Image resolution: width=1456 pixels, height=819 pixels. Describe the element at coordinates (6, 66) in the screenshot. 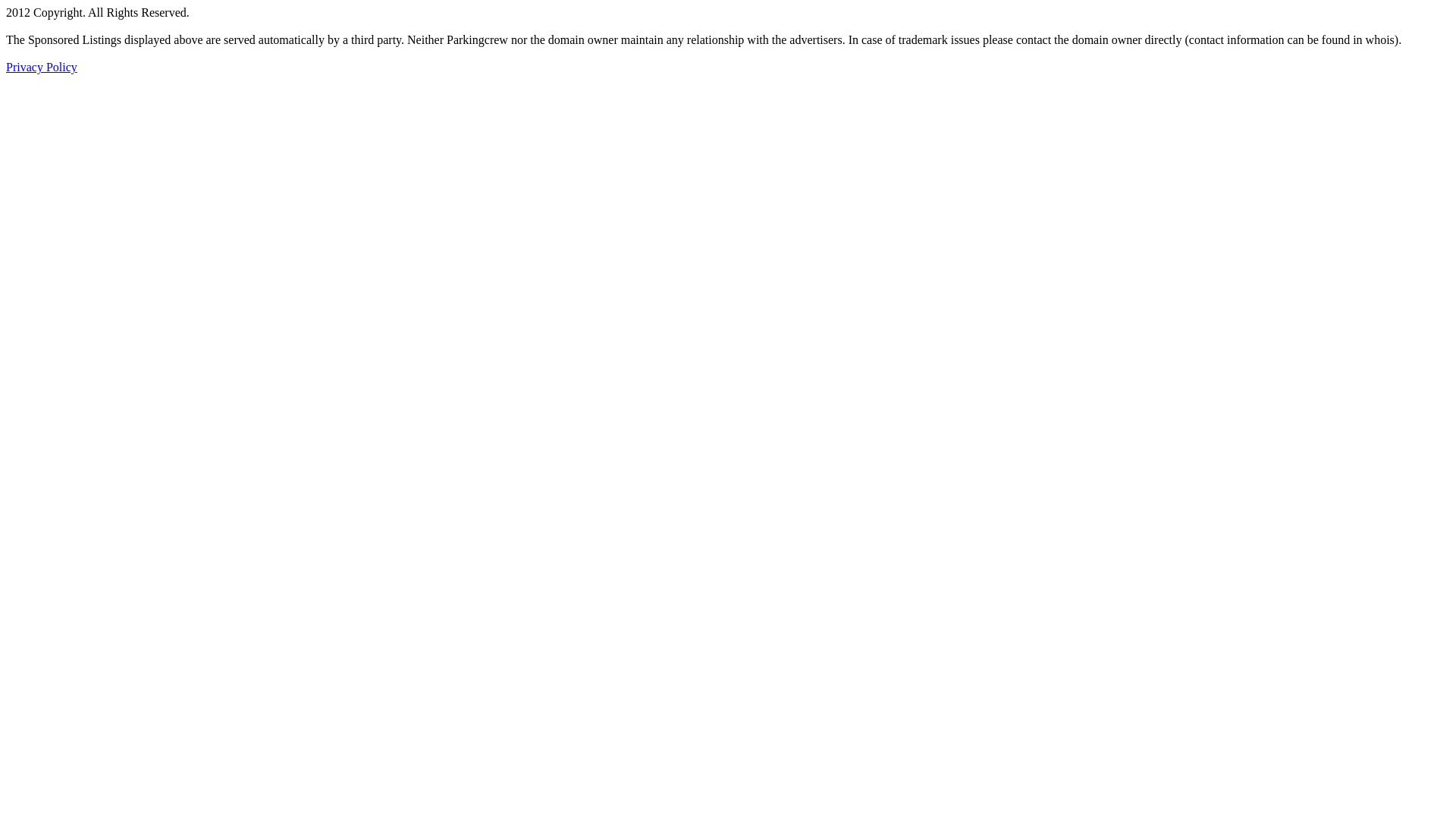

I see `'Privacy Policy'` at that location.